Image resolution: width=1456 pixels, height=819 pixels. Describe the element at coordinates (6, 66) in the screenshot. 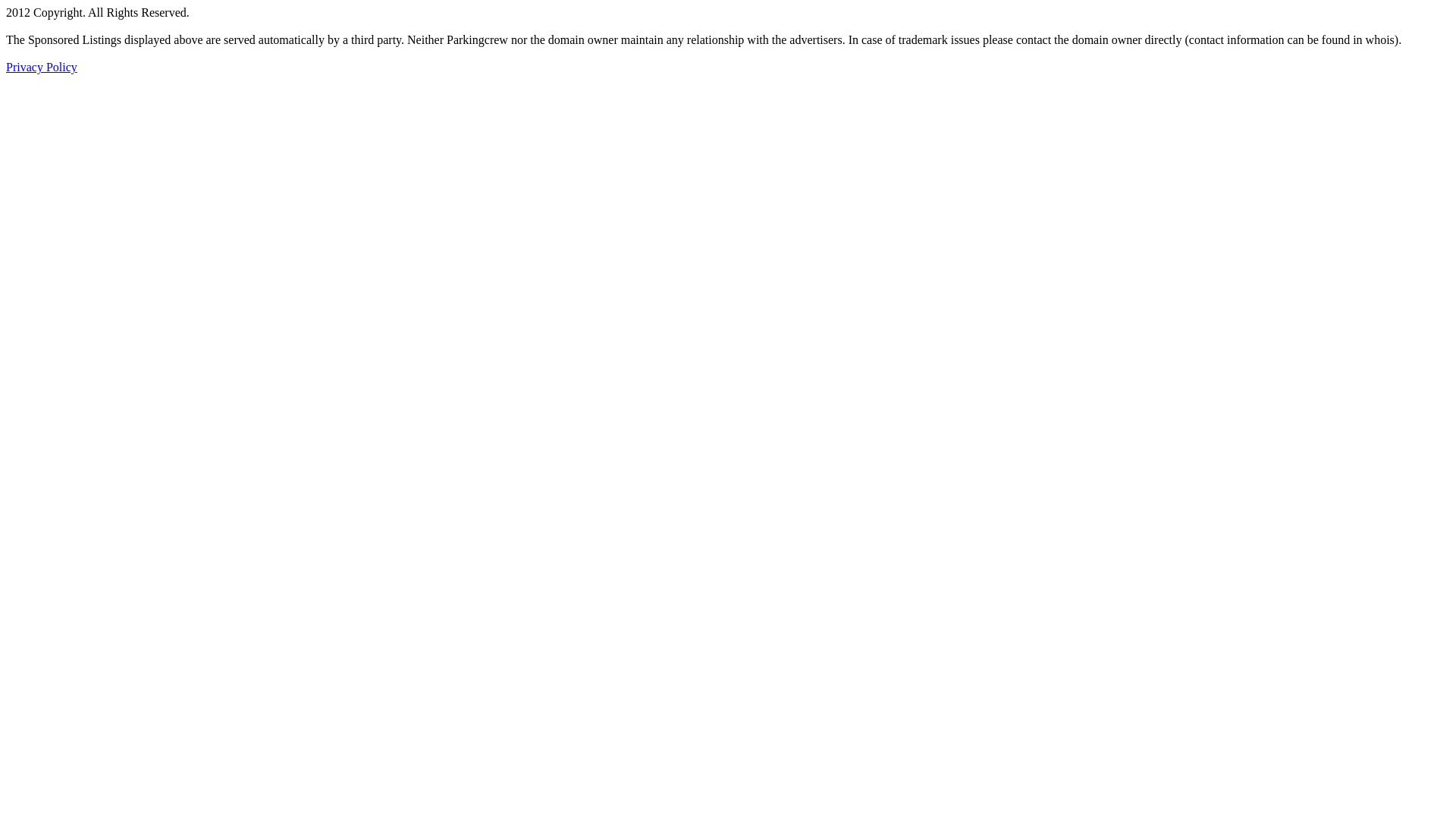

I see `'Privacy Policy'` at that location.